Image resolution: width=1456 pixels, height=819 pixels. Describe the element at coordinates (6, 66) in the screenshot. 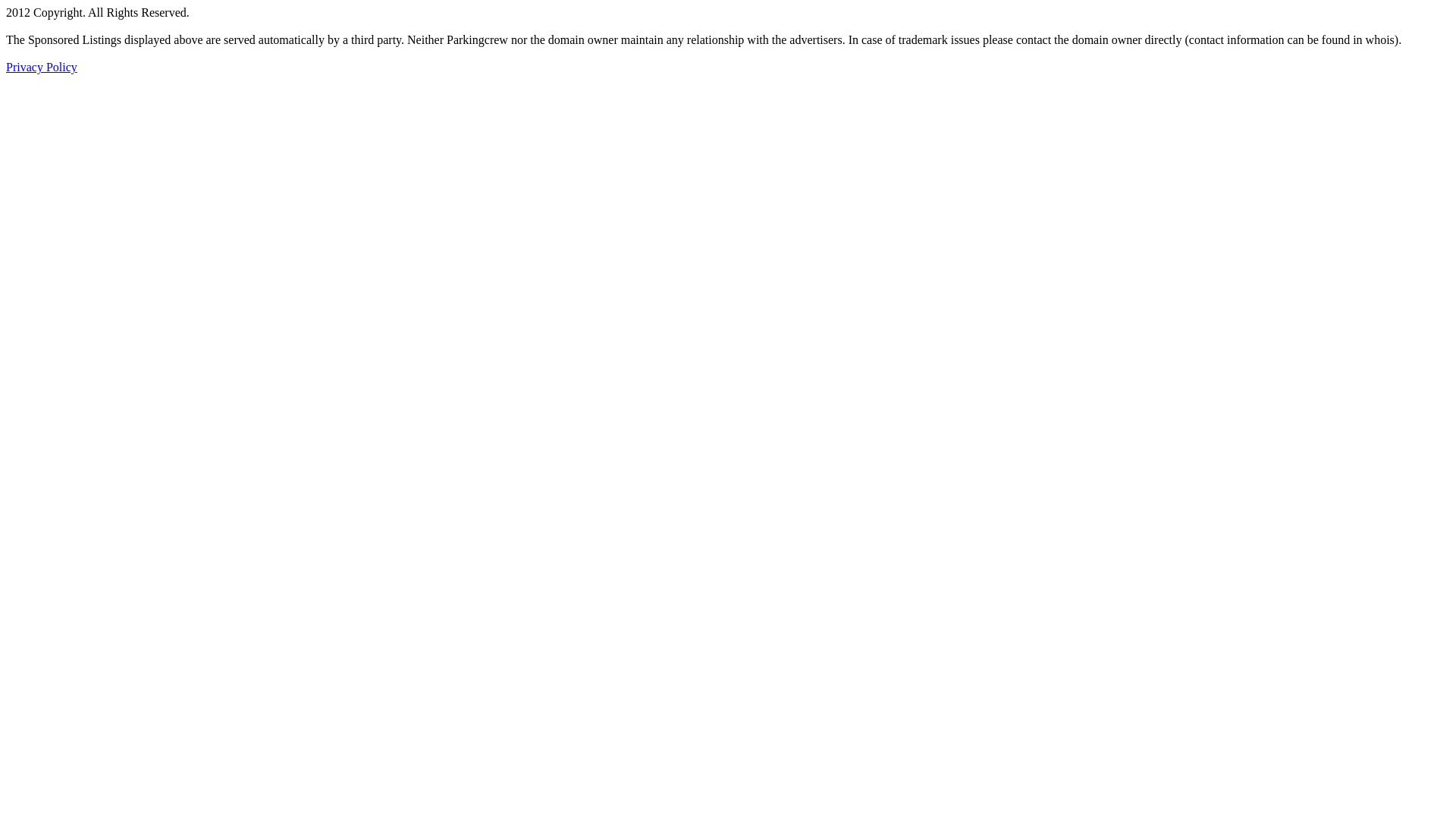

I see `'Privacy Policy'` at that location.